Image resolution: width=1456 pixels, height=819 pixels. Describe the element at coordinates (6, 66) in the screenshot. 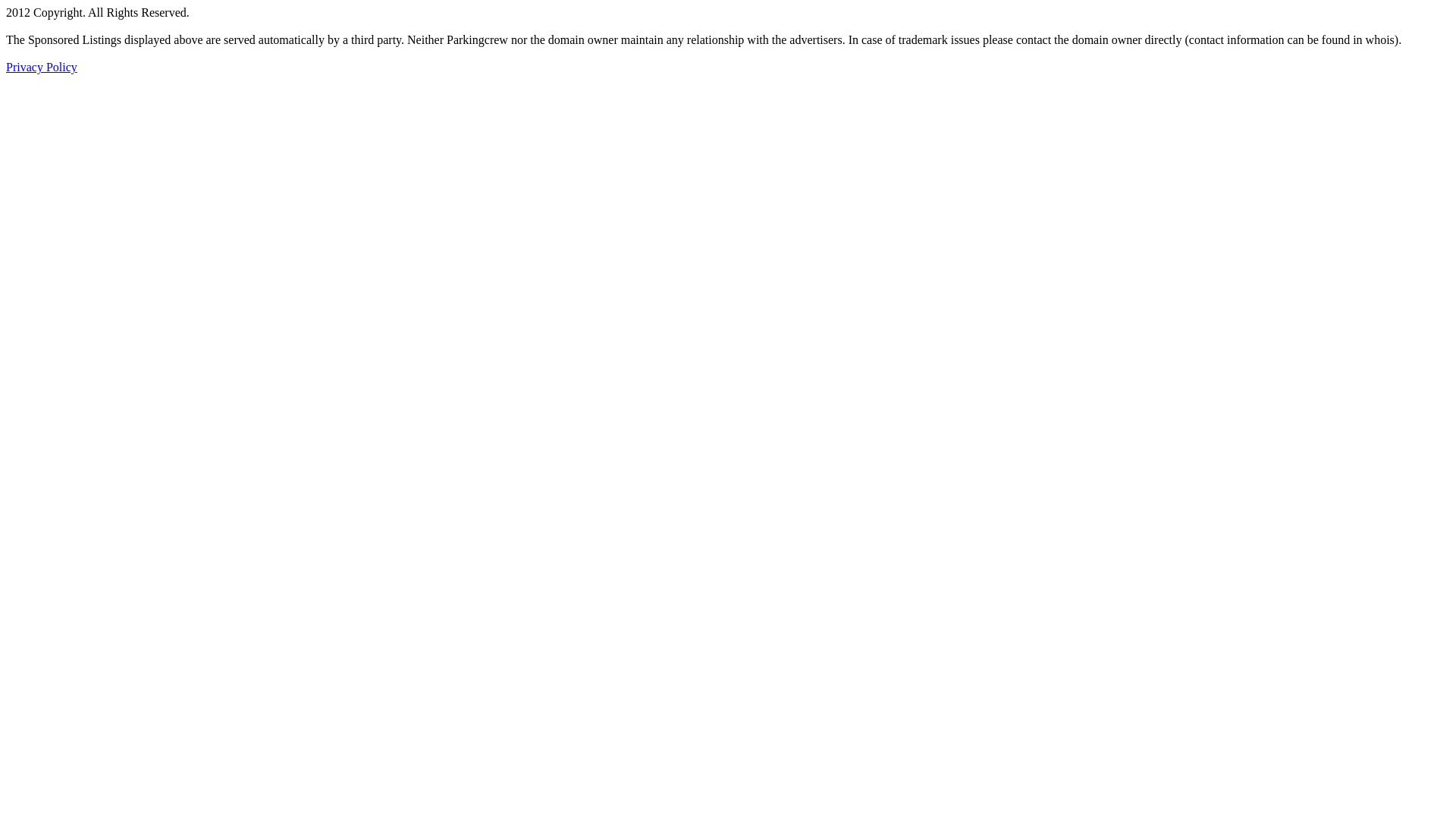

I see `'Privacy Policy'` at that location.